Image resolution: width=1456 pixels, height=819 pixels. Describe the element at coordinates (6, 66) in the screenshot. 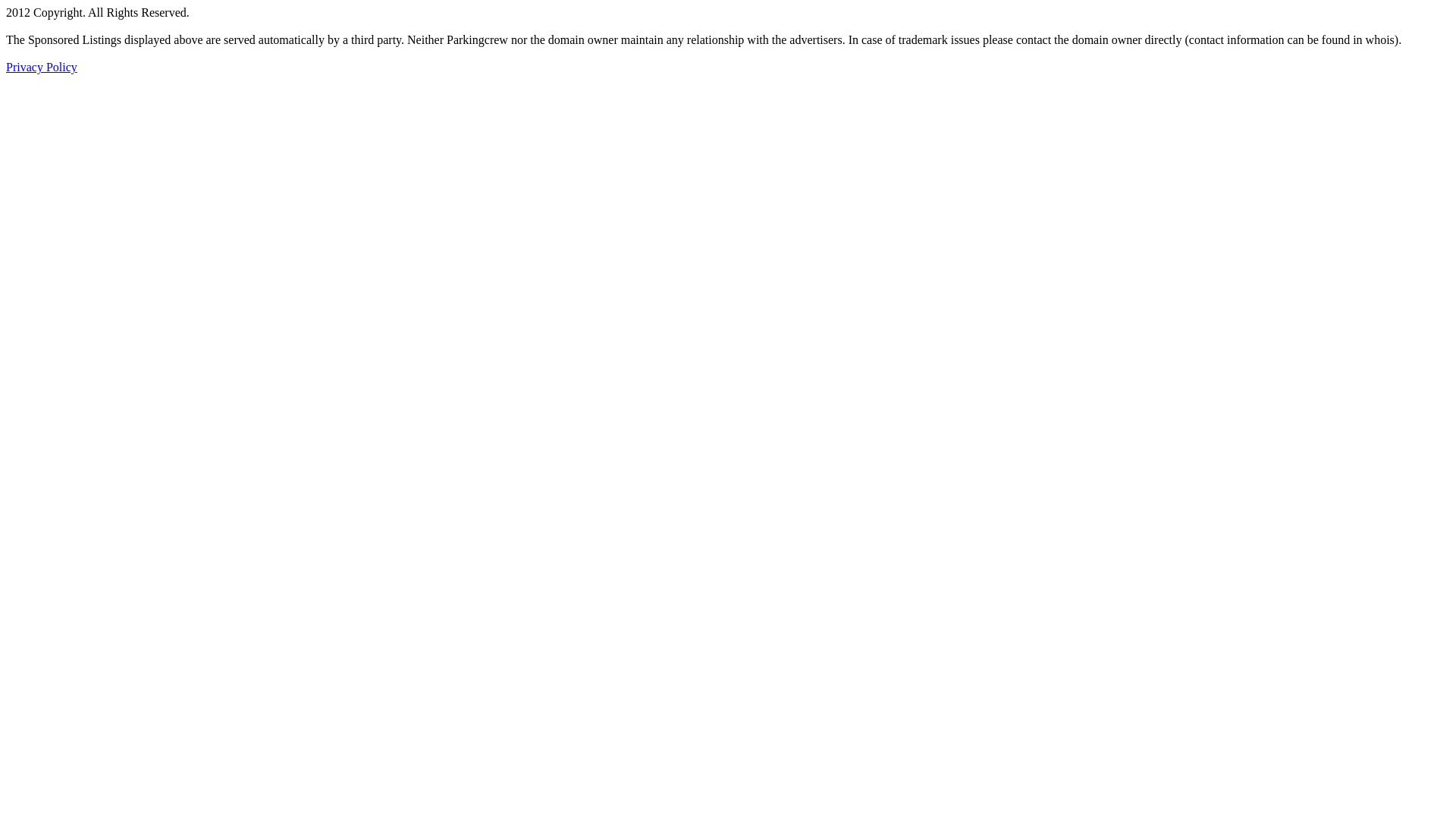

I see `'Privacy Policy'` at that location.